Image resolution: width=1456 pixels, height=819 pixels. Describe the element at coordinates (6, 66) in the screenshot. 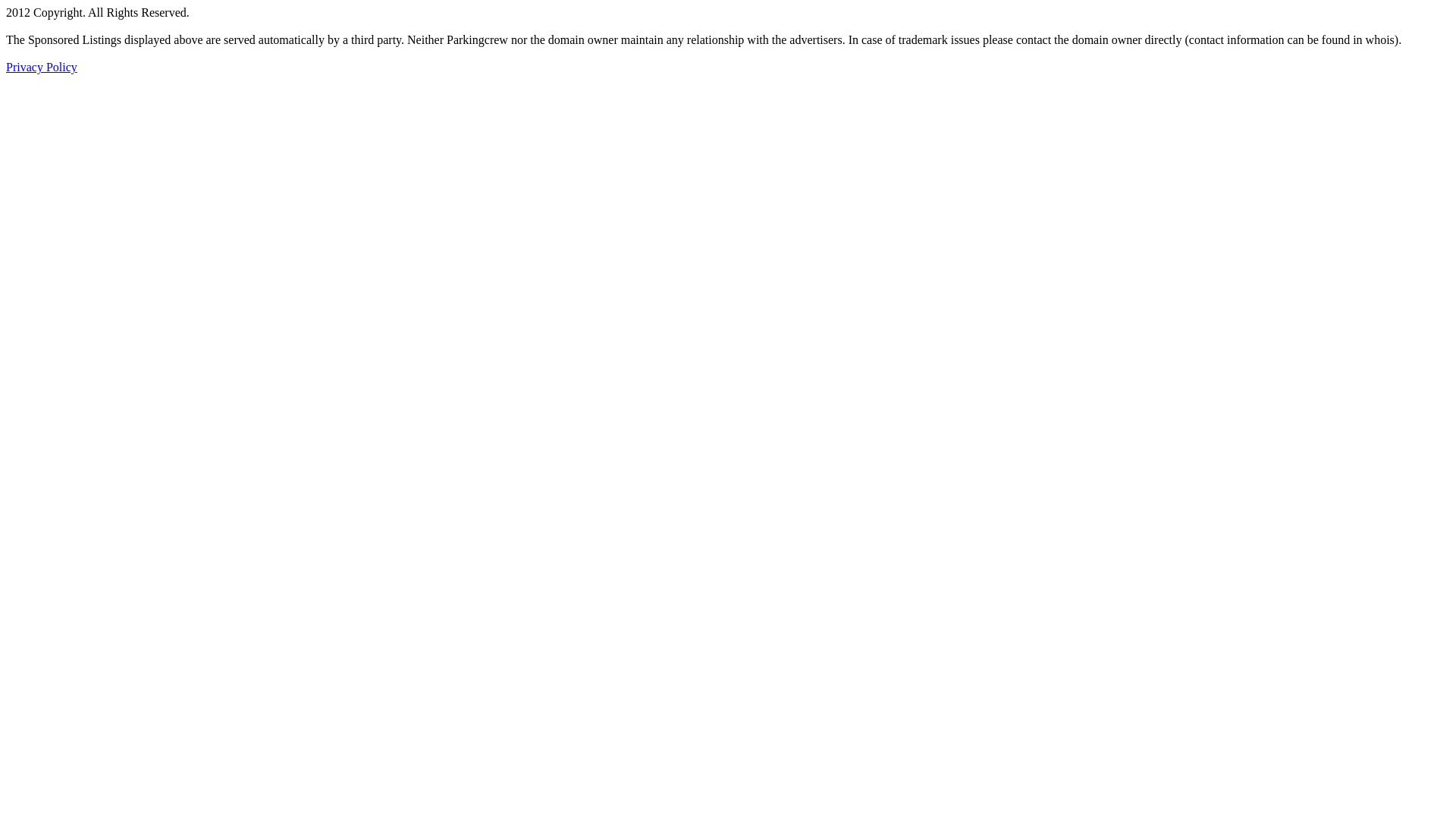

I see `'Privacy Policy'` at that location.